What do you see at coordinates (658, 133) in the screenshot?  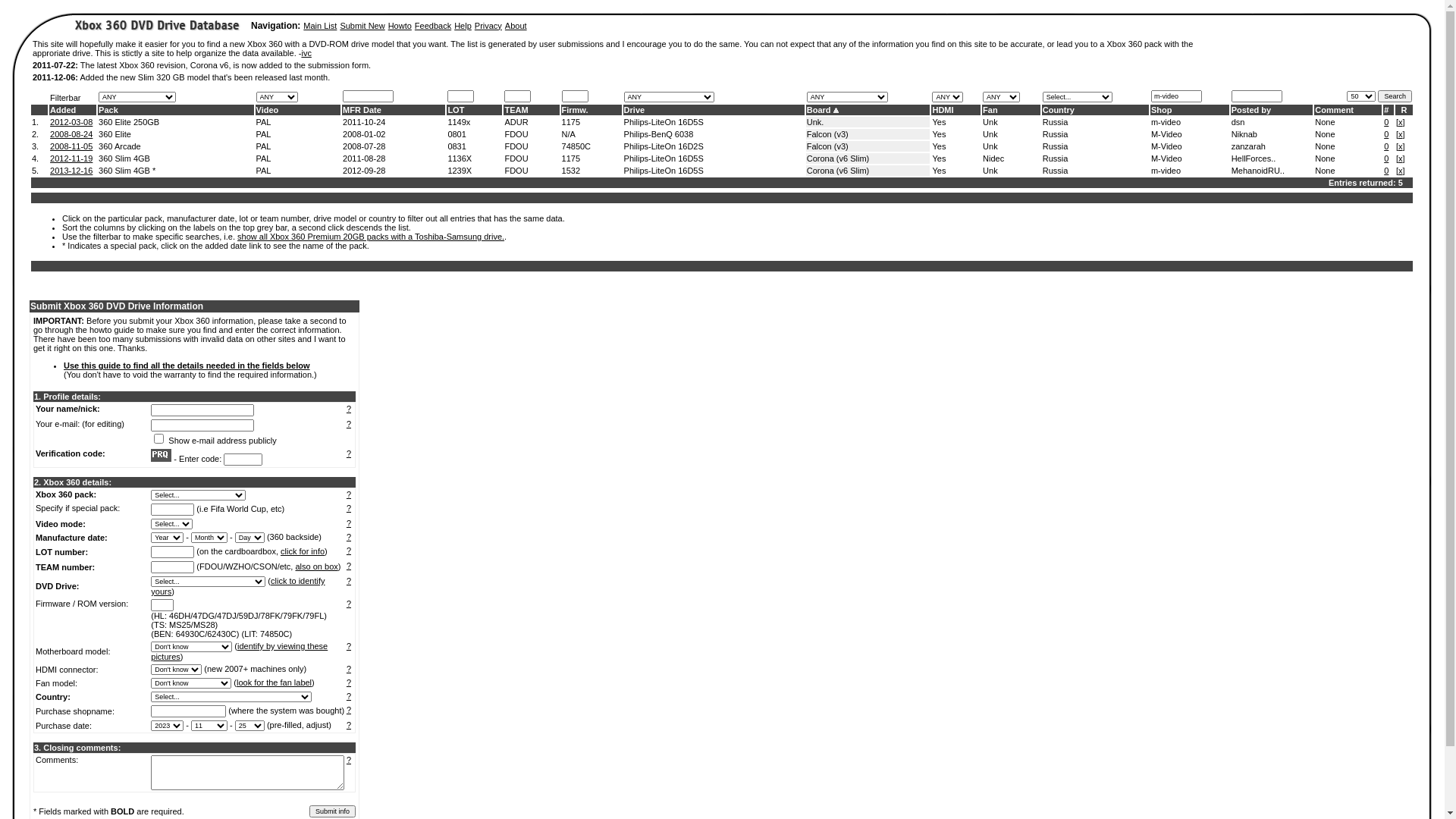 I see `'Philips-BenQ 6038'` at bounding box center [658, 133].